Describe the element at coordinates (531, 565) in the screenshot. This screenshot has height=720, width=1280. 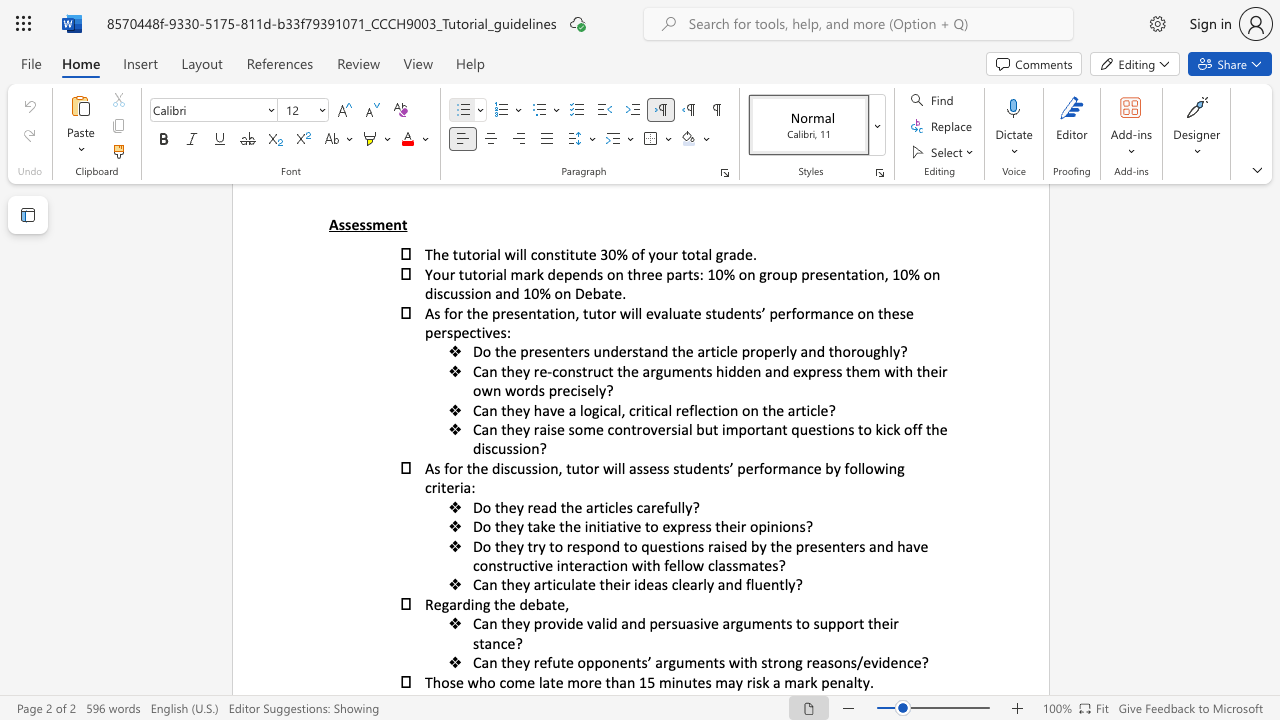
I see `the 9th character "t" in the text` at that location.